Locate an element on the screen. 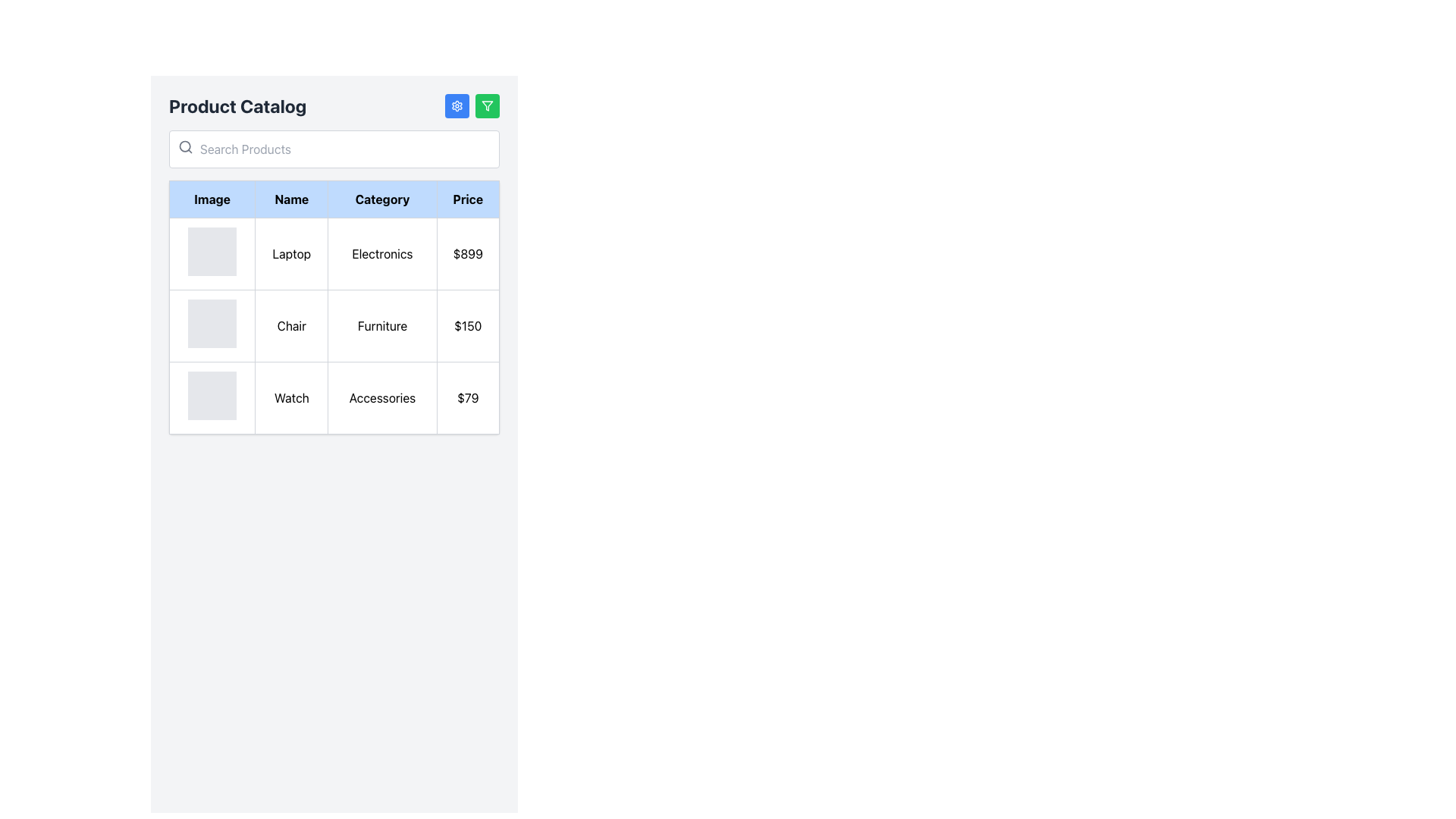 This screenshot has width=1456, height=819. the 'Watch' product category label is located at coordinates (382, 397).